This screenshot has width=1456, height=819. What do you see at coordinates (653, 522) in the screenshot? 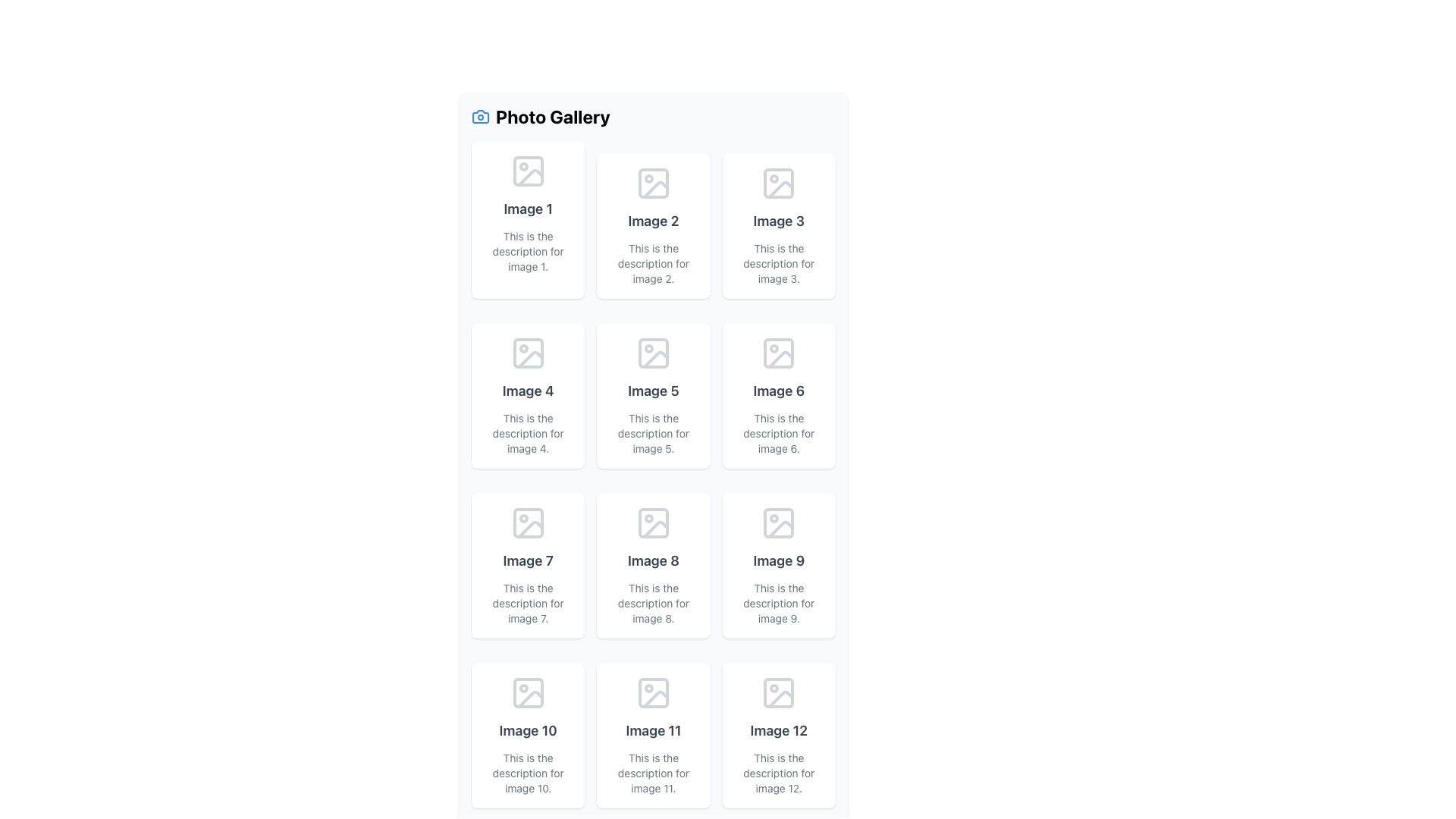
I see `the image thumbnail icon in the photo gallery, located in the second row and third column, labeled 'Image 8'` at bounding box center [653, 522].